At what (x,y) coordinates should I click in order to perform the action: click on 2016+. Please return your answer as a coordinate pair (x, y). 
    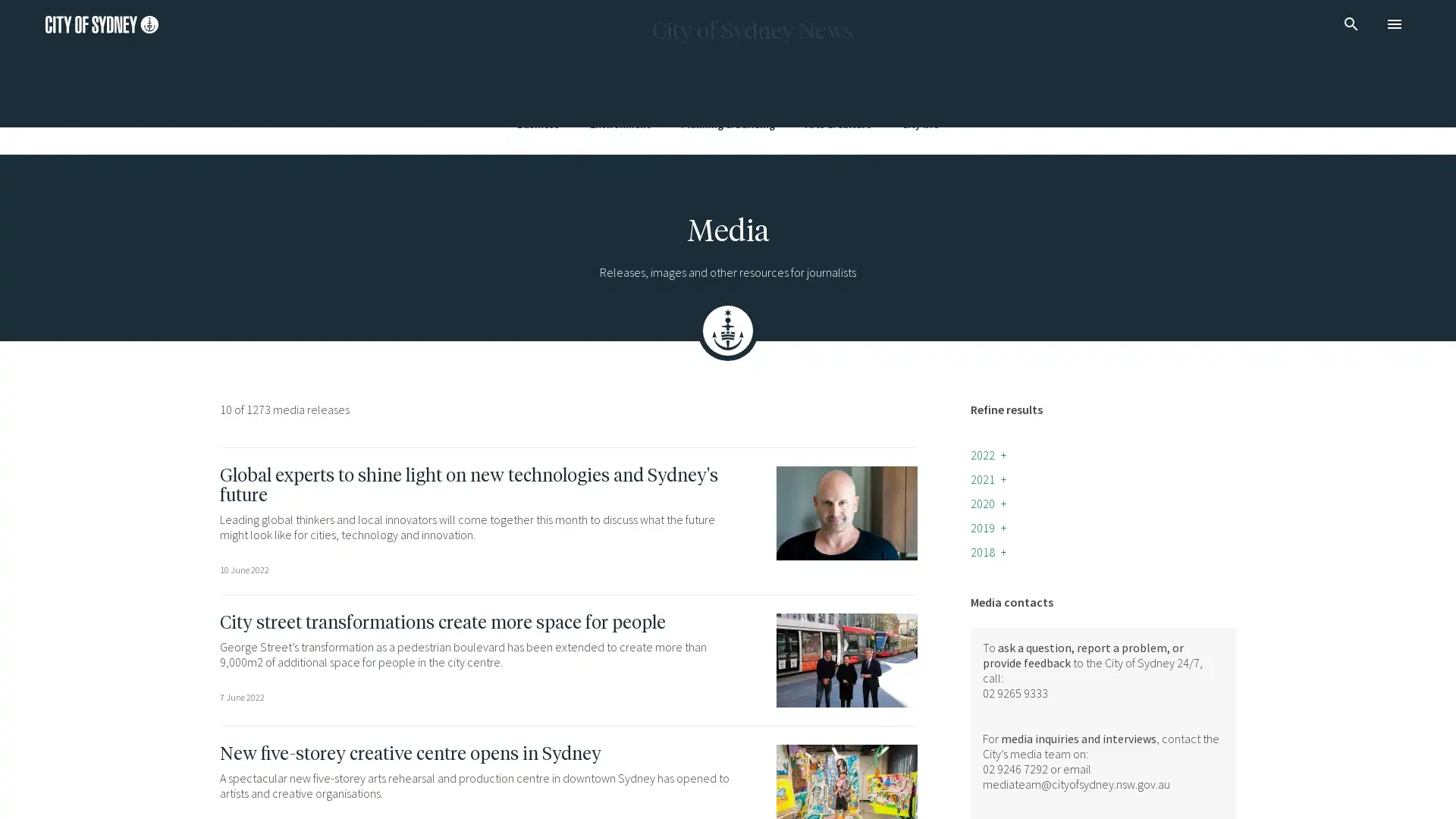
    Looking at the image, I should click on (988, 599).